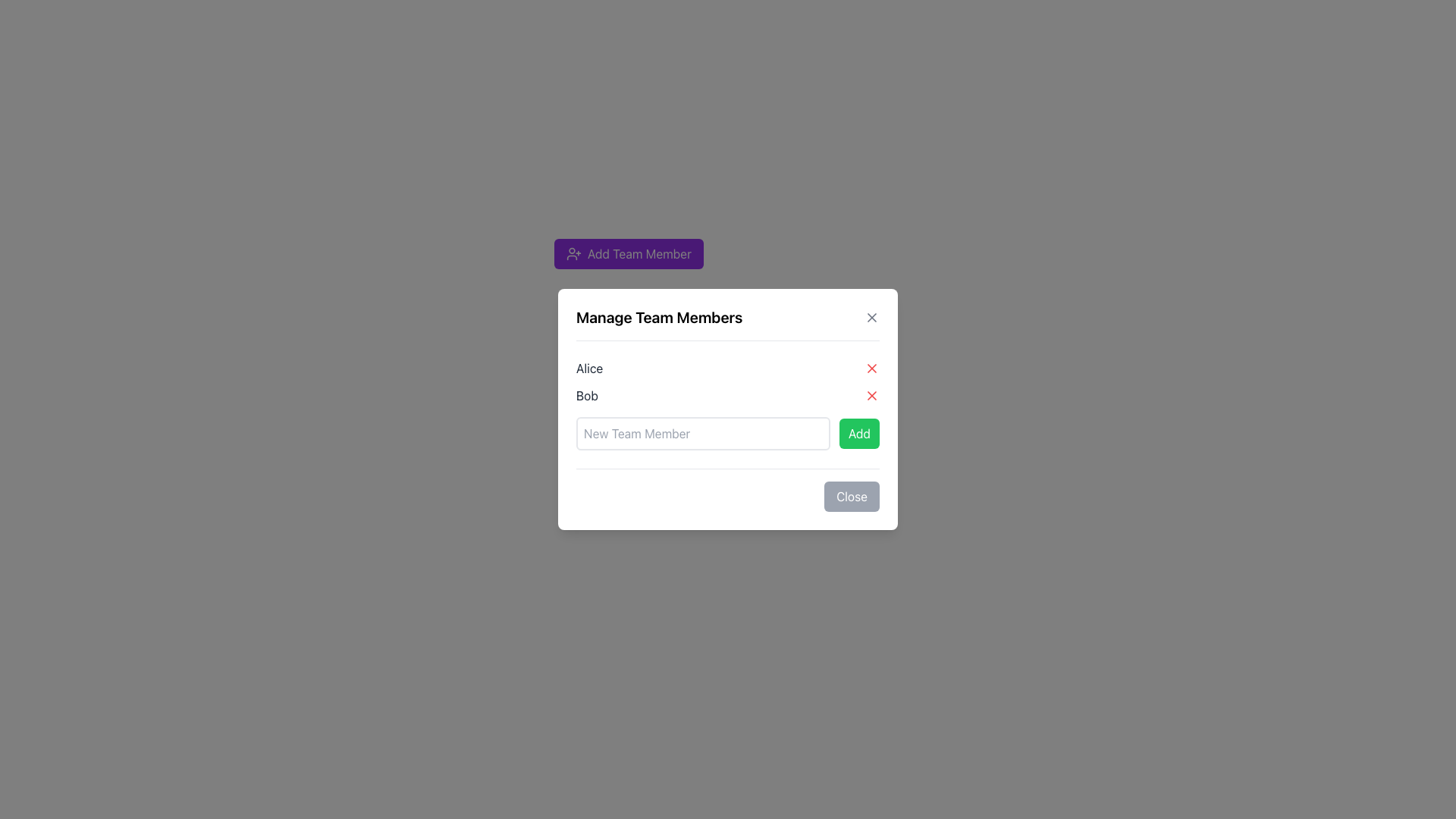  What do you see at coordinates (872, 317) in the screenshot?
I see `the Close button located on the far right of the 'Manage Team Members' dialog box to change its color` at bounding box center [872, 317].